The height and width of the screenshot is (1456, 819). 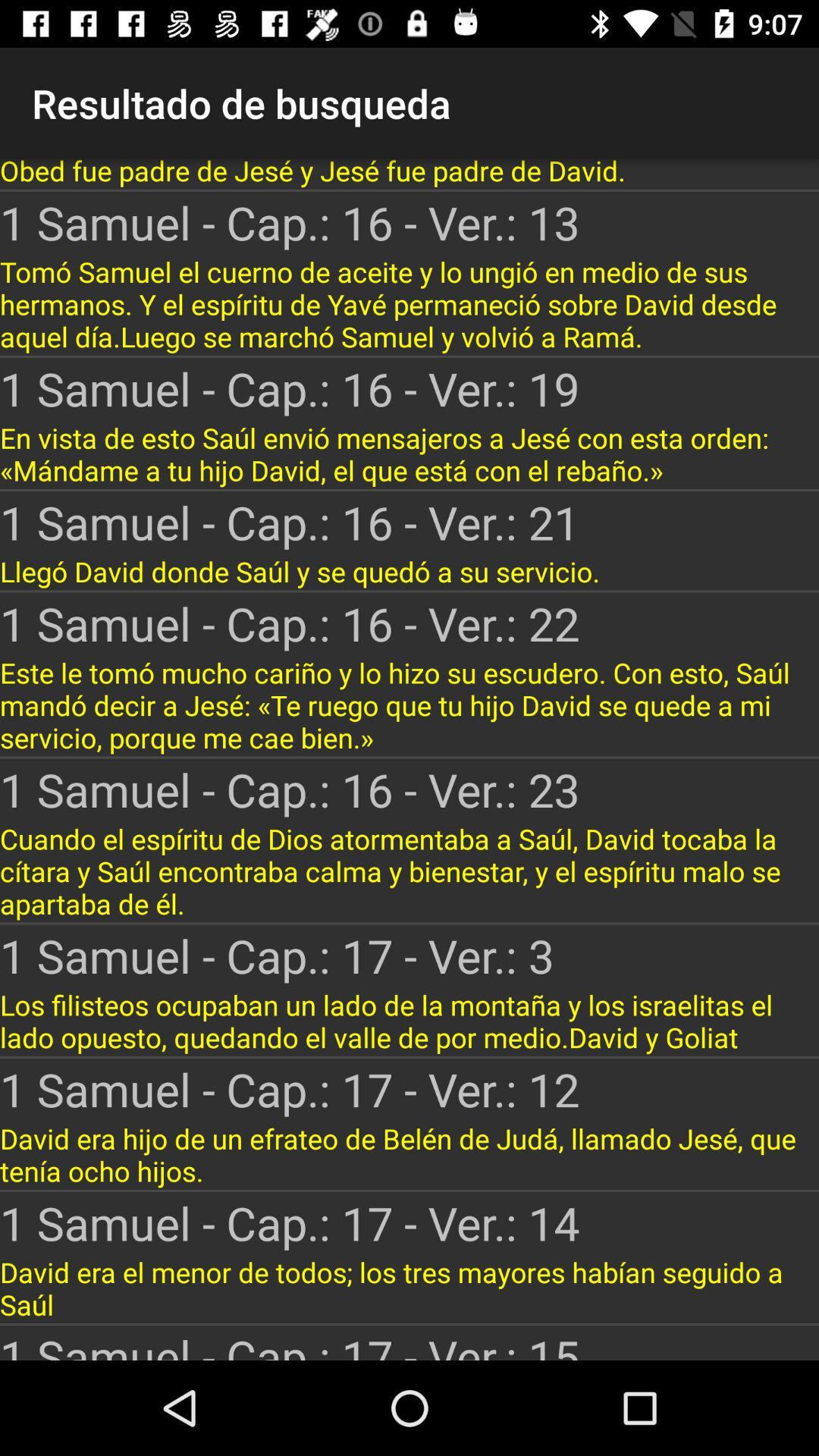 What do you see at coordinates (409, 1021) in the screenshot?
I see `los filisteos ocupaban app` at bounding box center [409, 1021].